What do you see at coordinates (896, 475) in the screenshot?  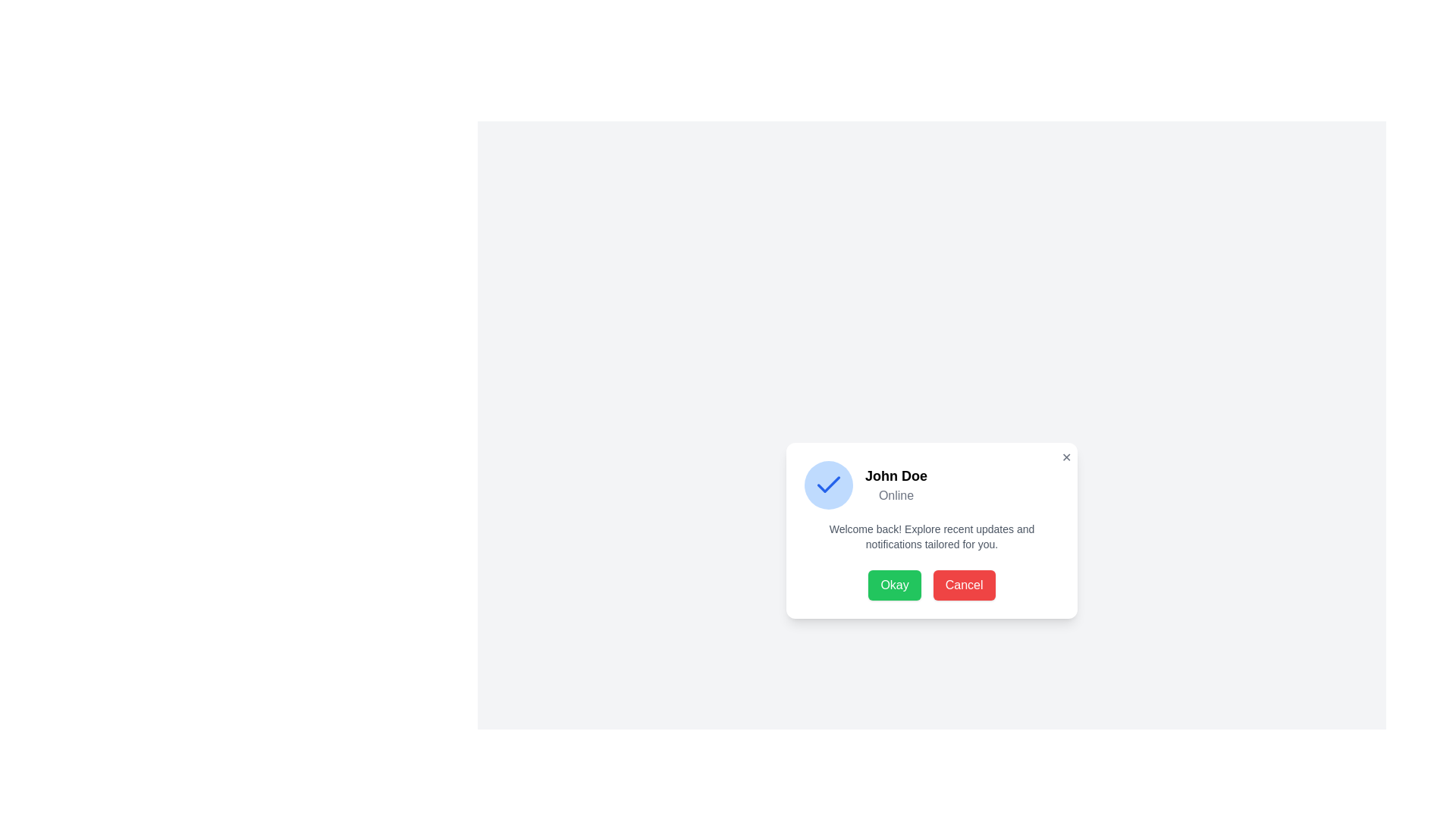 I see `the Text label displaying the name 'John Doe', which is located near the center of a dialog box above the 'Online' text` at bounding box center [896, 475].